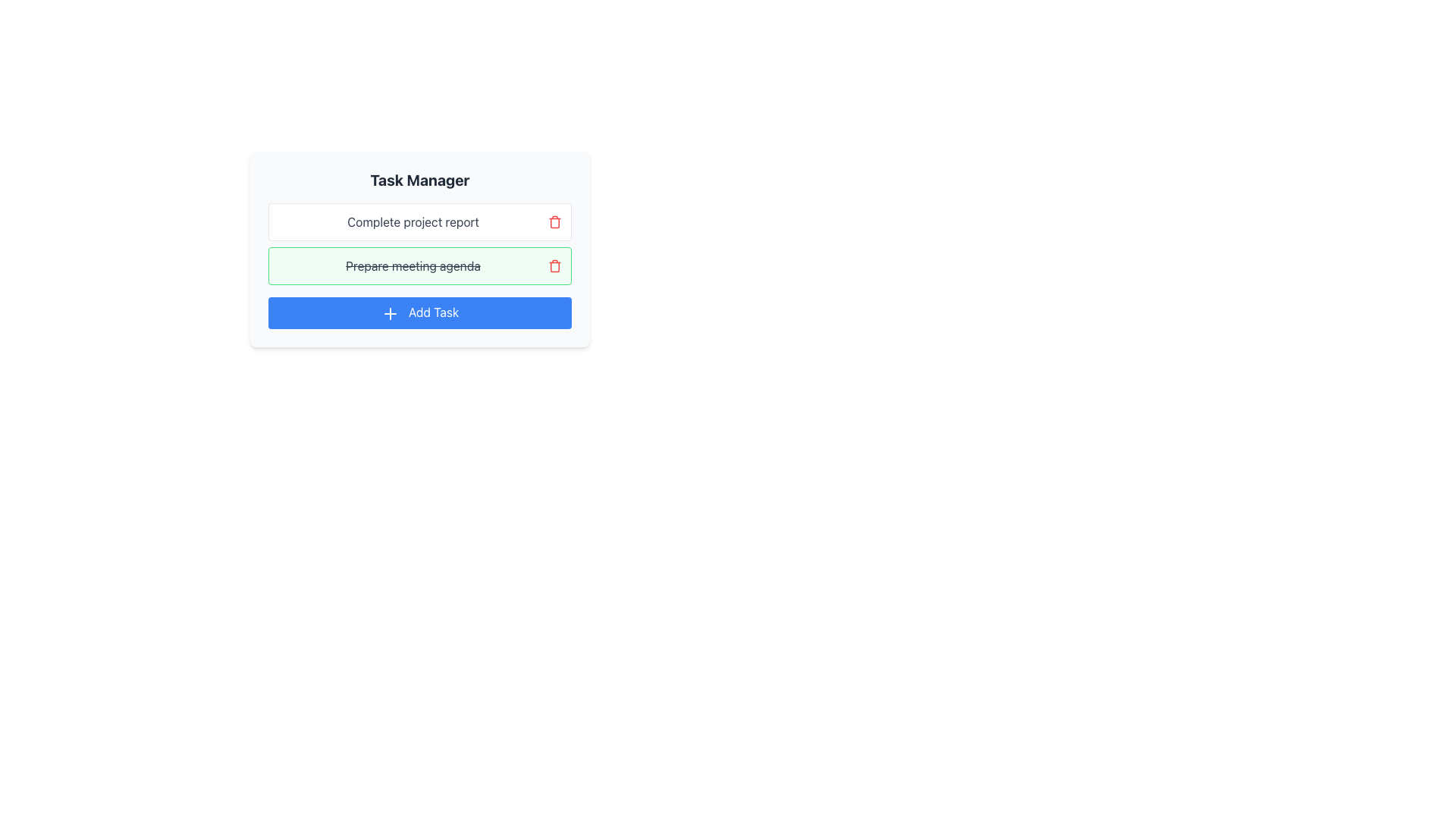 The height and width of the screenshot is (819, 1456). Describe the element at coordinates (419, 265) in the screenshot. I see `task title of the completed task item located in the 'Task Manager' section, which is the second item in the vertical list of tasks` at that location.